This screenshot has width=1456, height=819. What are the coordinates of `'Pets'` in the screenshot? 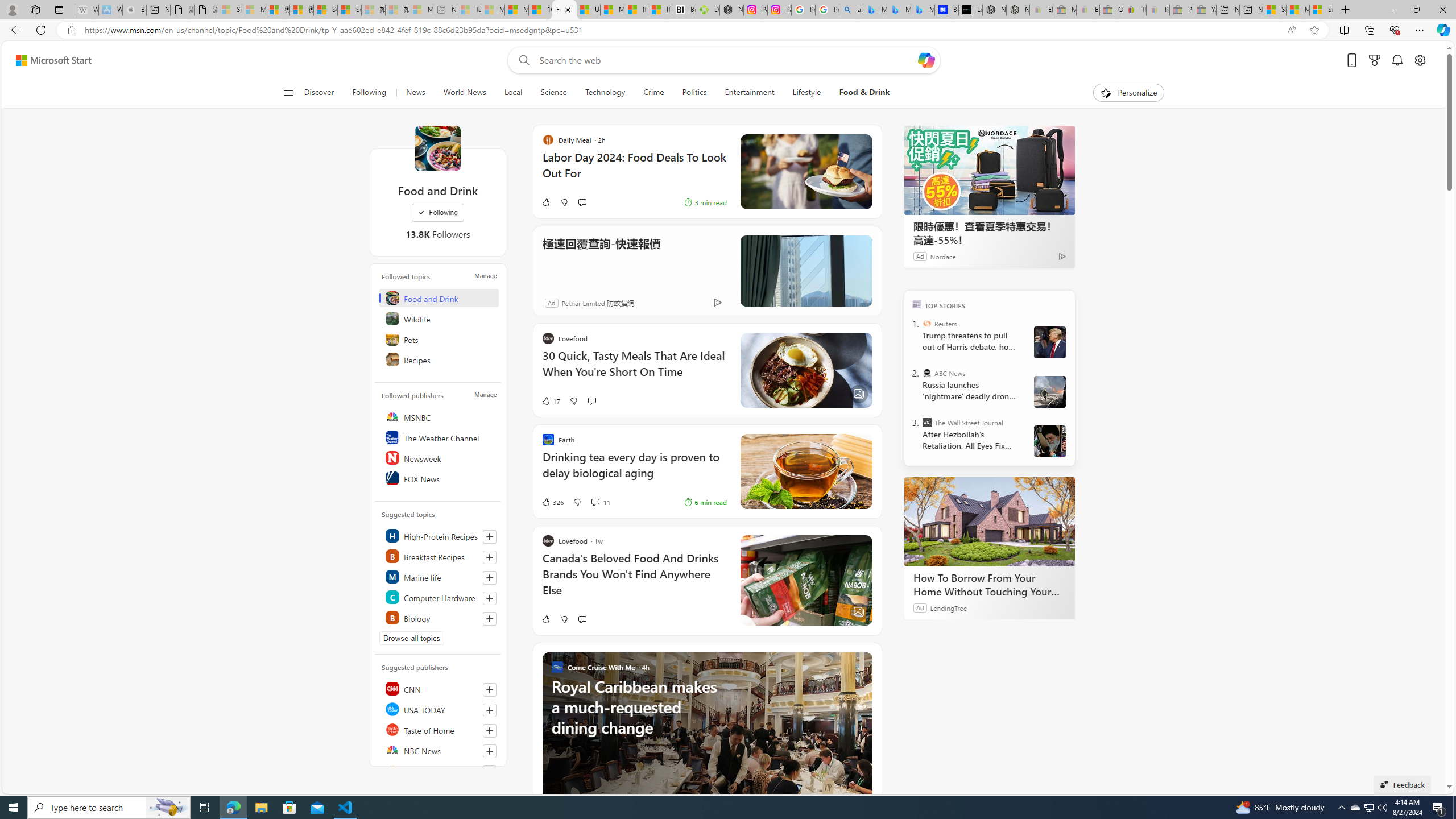 It's located at (440, 338).